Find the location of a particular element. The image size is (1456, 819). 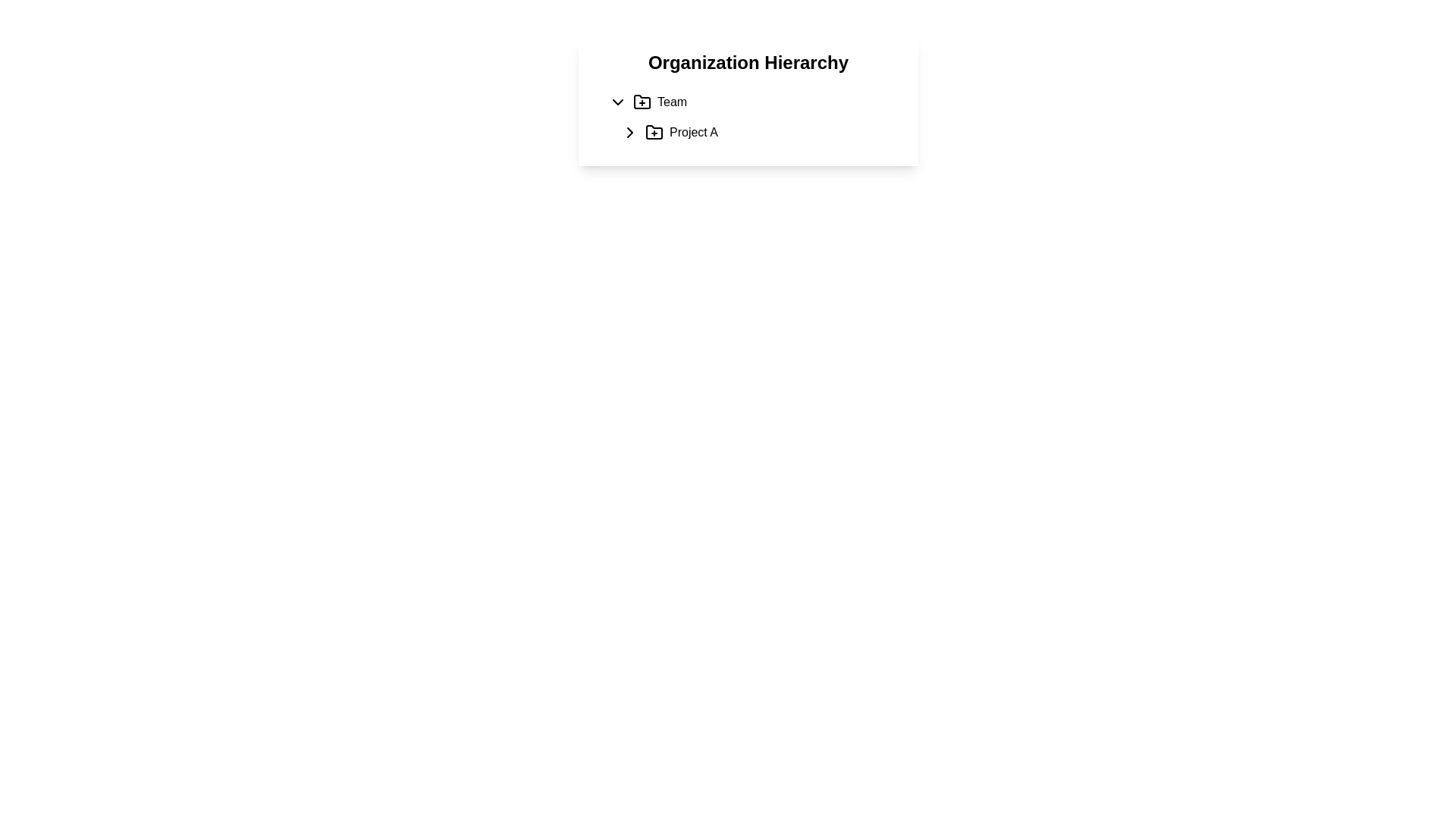

the Icon (Chevron Right) located in the tree hierarchy panel under 'Project A' is located at coordinates (629, 131).